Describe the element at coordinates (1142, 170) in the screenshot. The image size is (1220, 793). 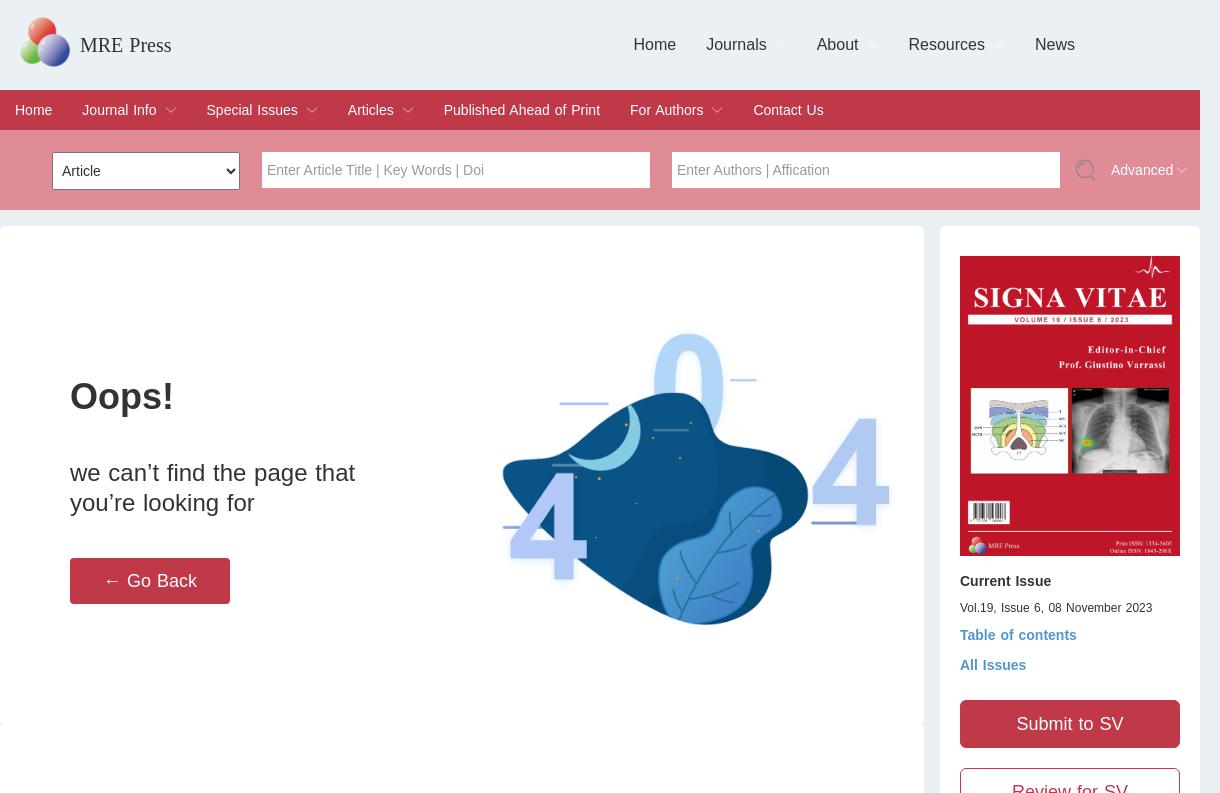
I see `'Advanced'` at that location.